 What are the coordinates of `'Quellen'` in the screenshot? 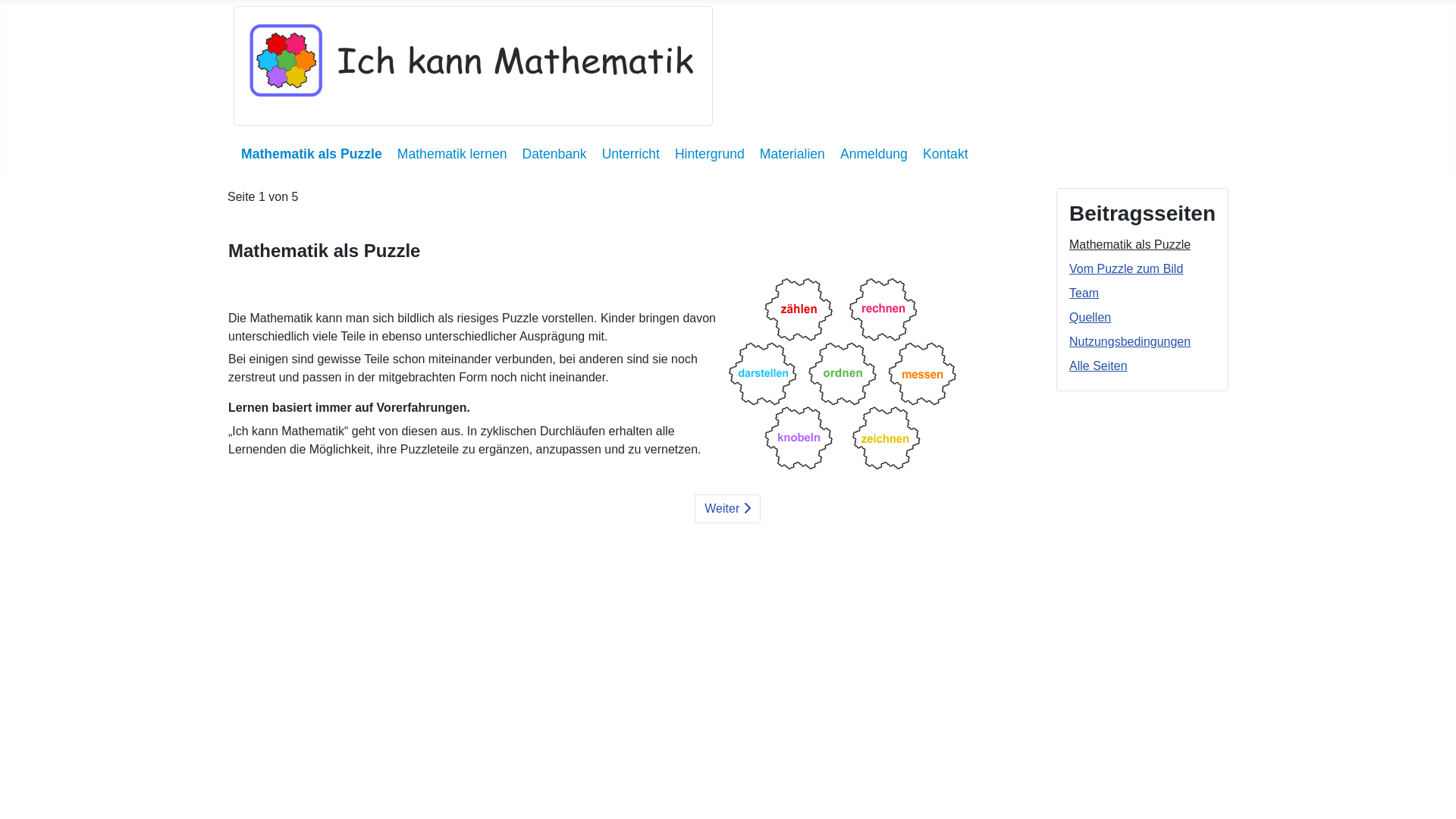 It's located at (1089, 316).